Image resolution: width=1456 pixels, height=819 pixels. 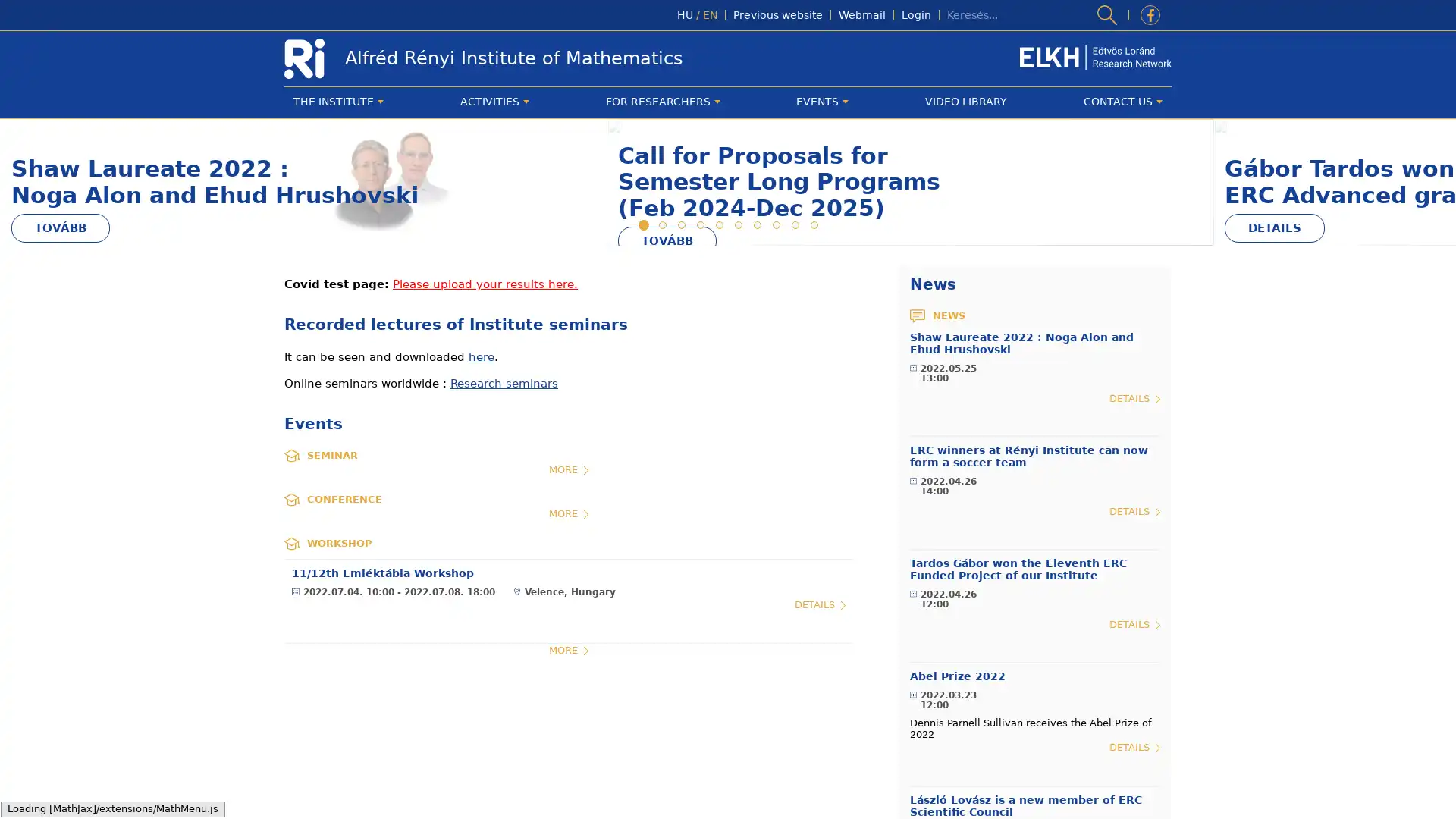 I want to click on 4, so click(x=698, y=400).